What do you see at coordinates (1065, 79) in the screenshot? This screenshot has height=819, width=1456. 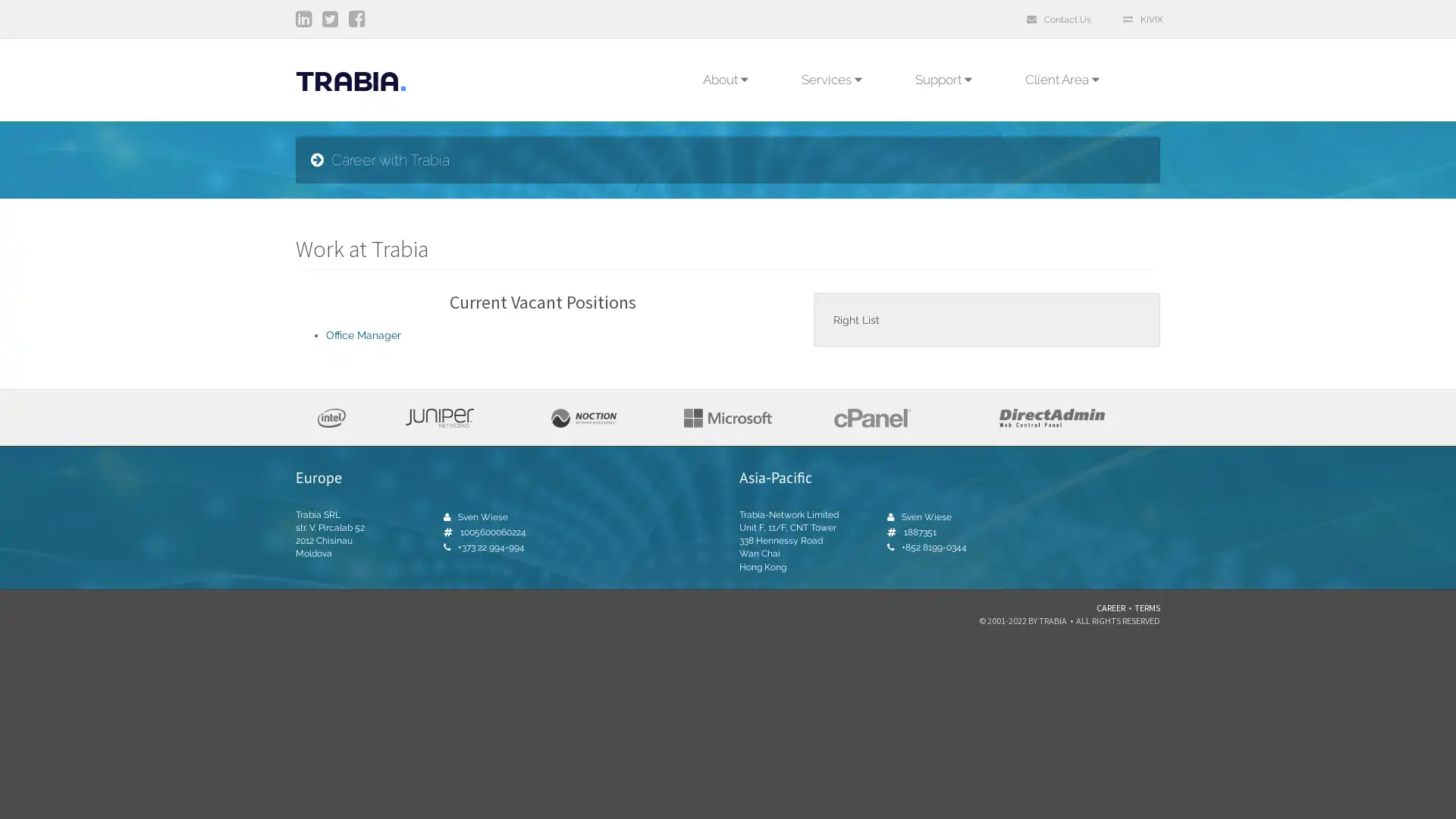 I see `Client Area` at bounding box center [1065, 79].